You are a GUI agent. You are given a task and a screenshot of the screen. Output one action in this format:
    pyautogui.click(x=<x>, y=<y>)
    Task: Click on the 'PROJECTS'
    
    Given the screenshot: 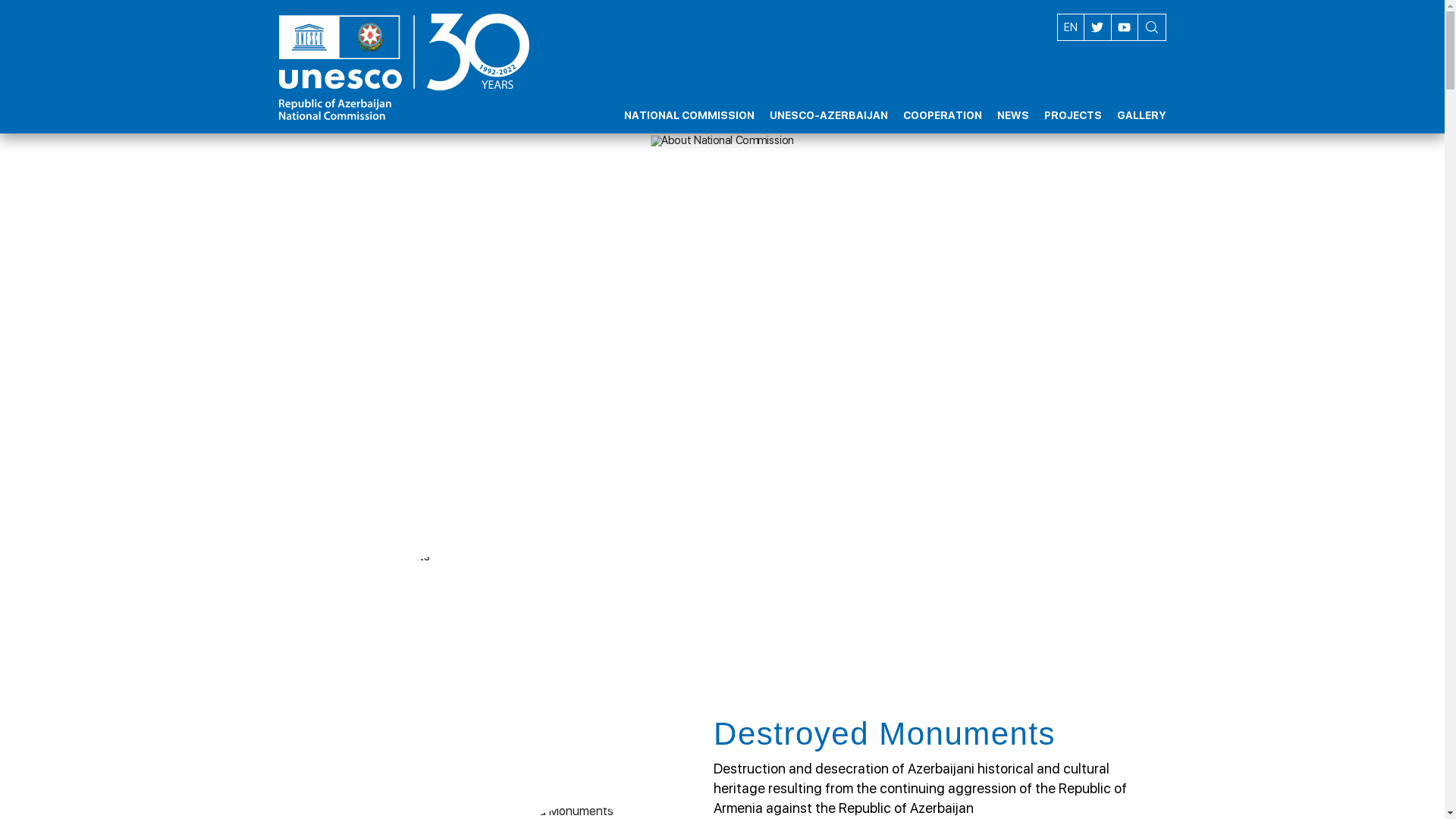 What is the action you would take?
    pyautogui.click(x=1072, y=102)
    